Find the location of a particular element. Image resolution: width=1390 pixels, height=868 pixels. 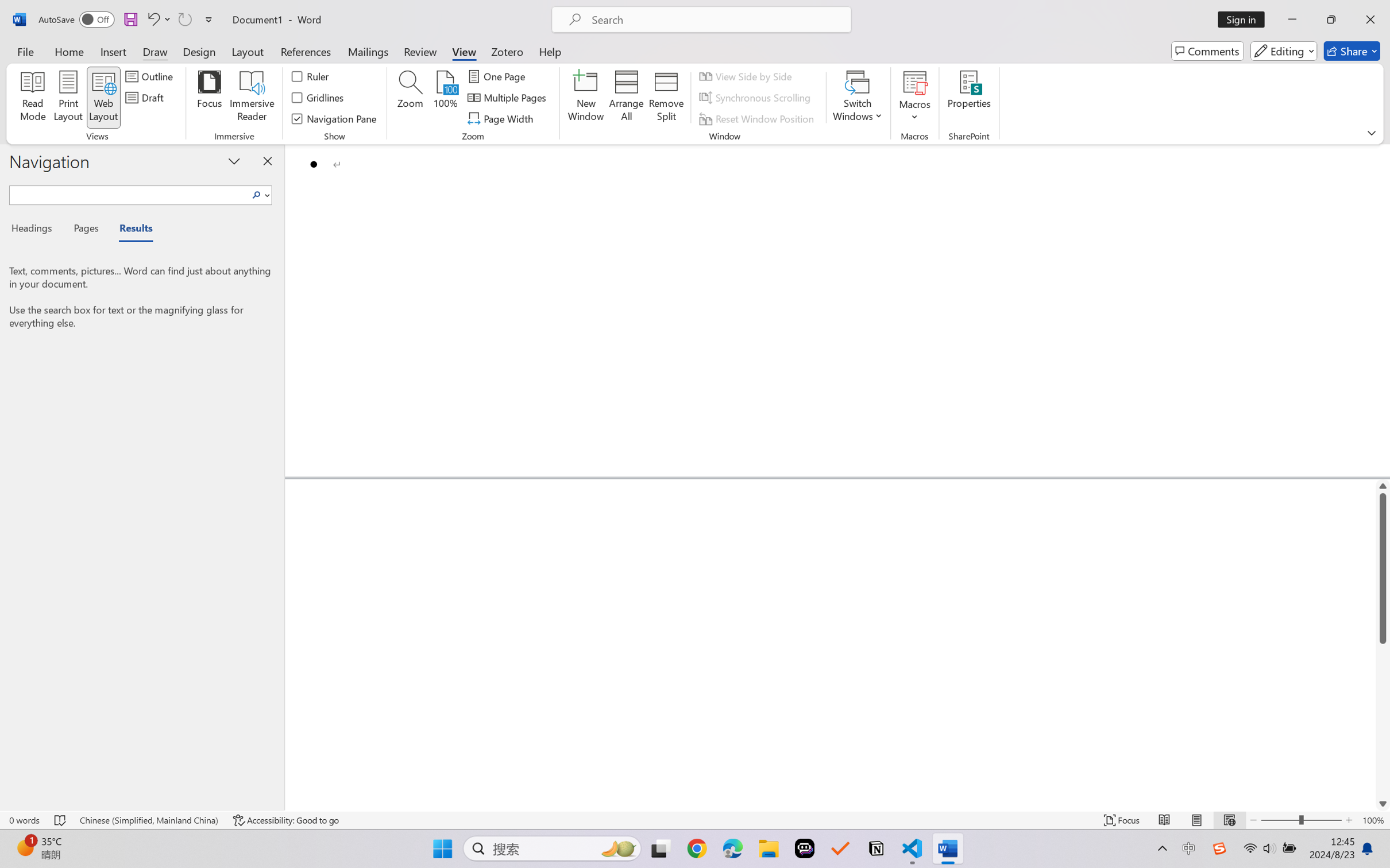

'Ruler' is located at coordinates (310, 75).